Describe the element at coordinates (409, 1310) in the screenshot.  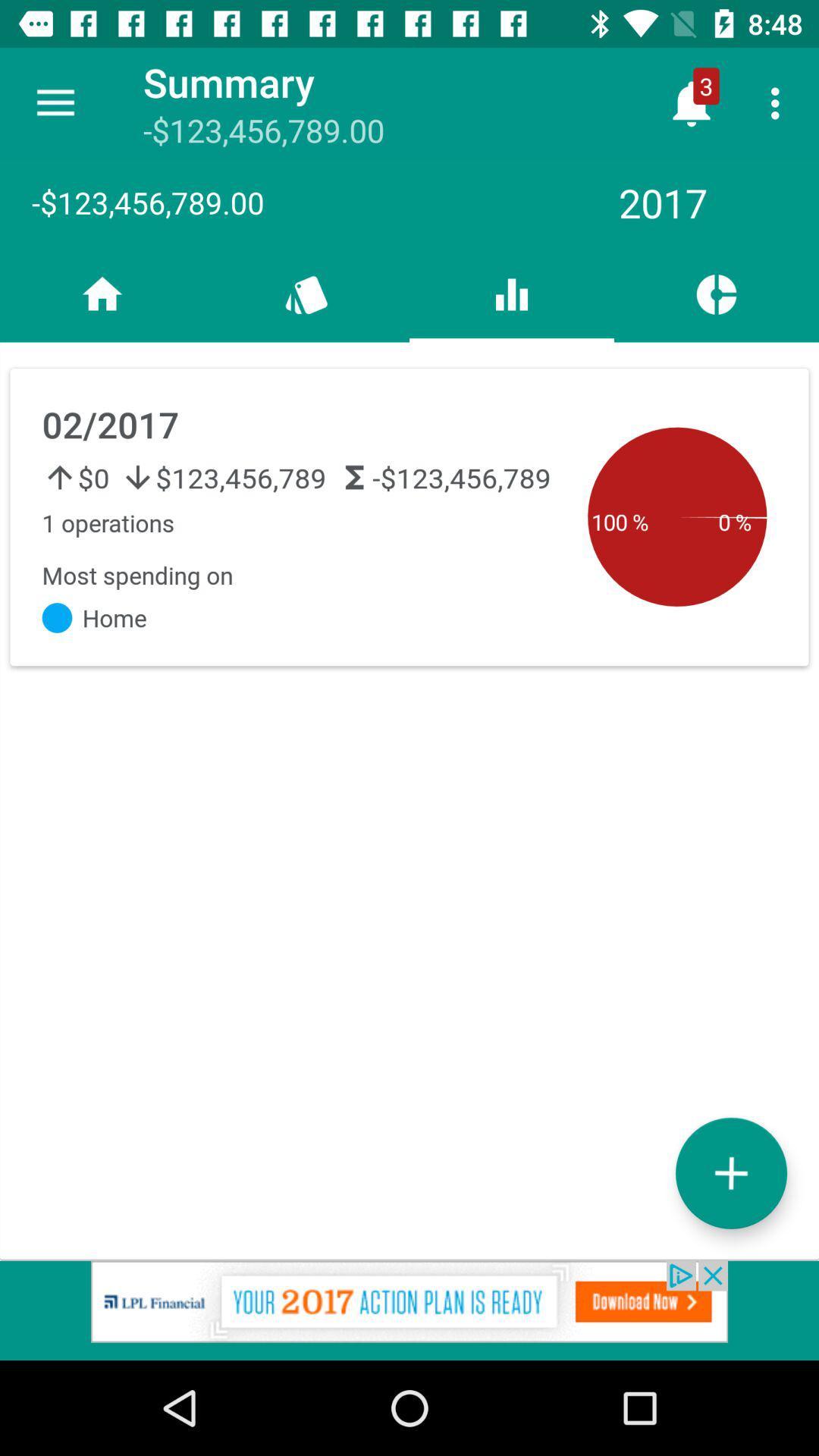
I see `advertisement` at that location.